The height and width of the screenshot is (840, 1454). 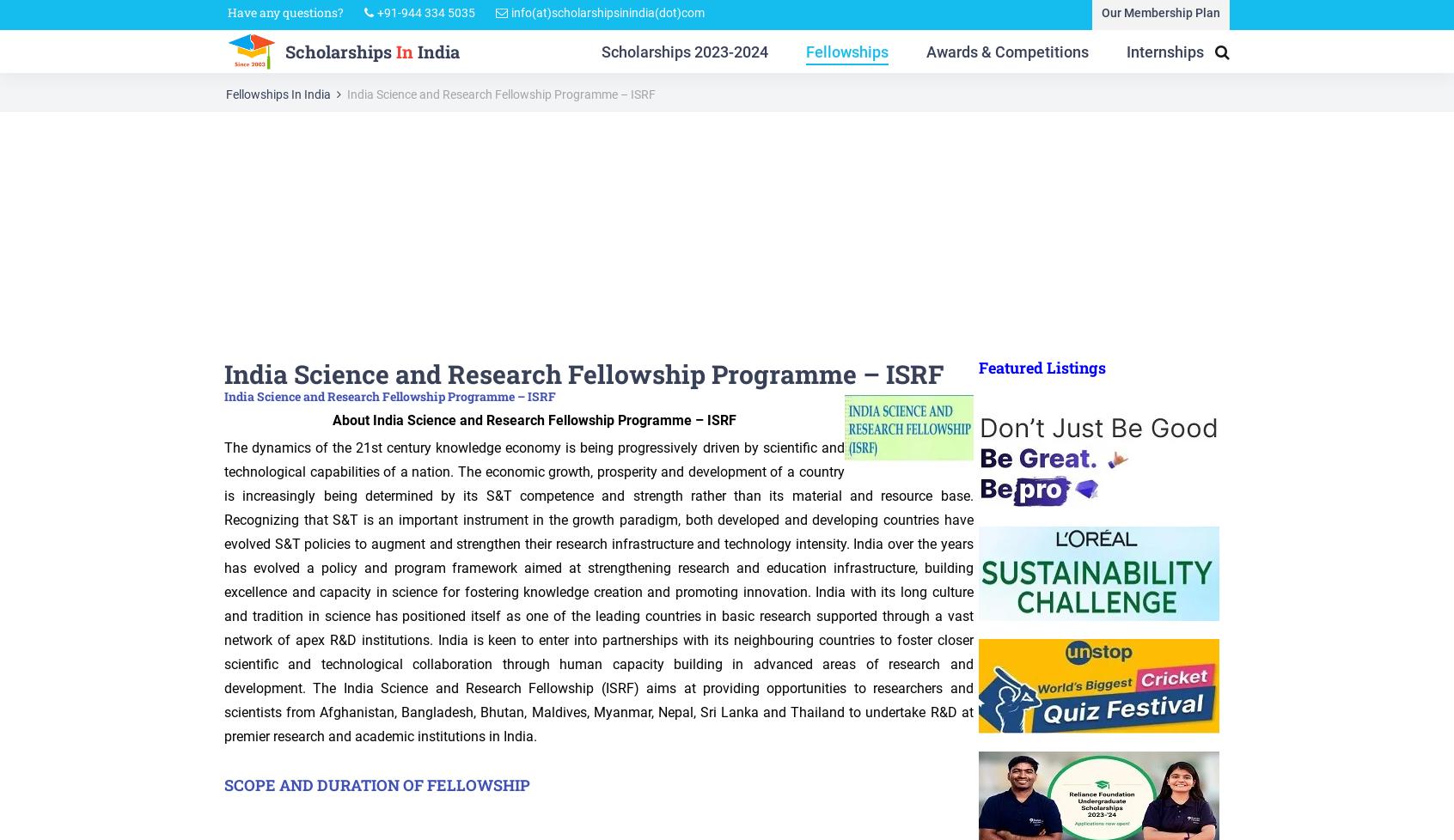 What do you see at coordinates (684, 55) in the screenshot?
I see `'Scholarships 2023-2024'` at bounding box center [684, 55].